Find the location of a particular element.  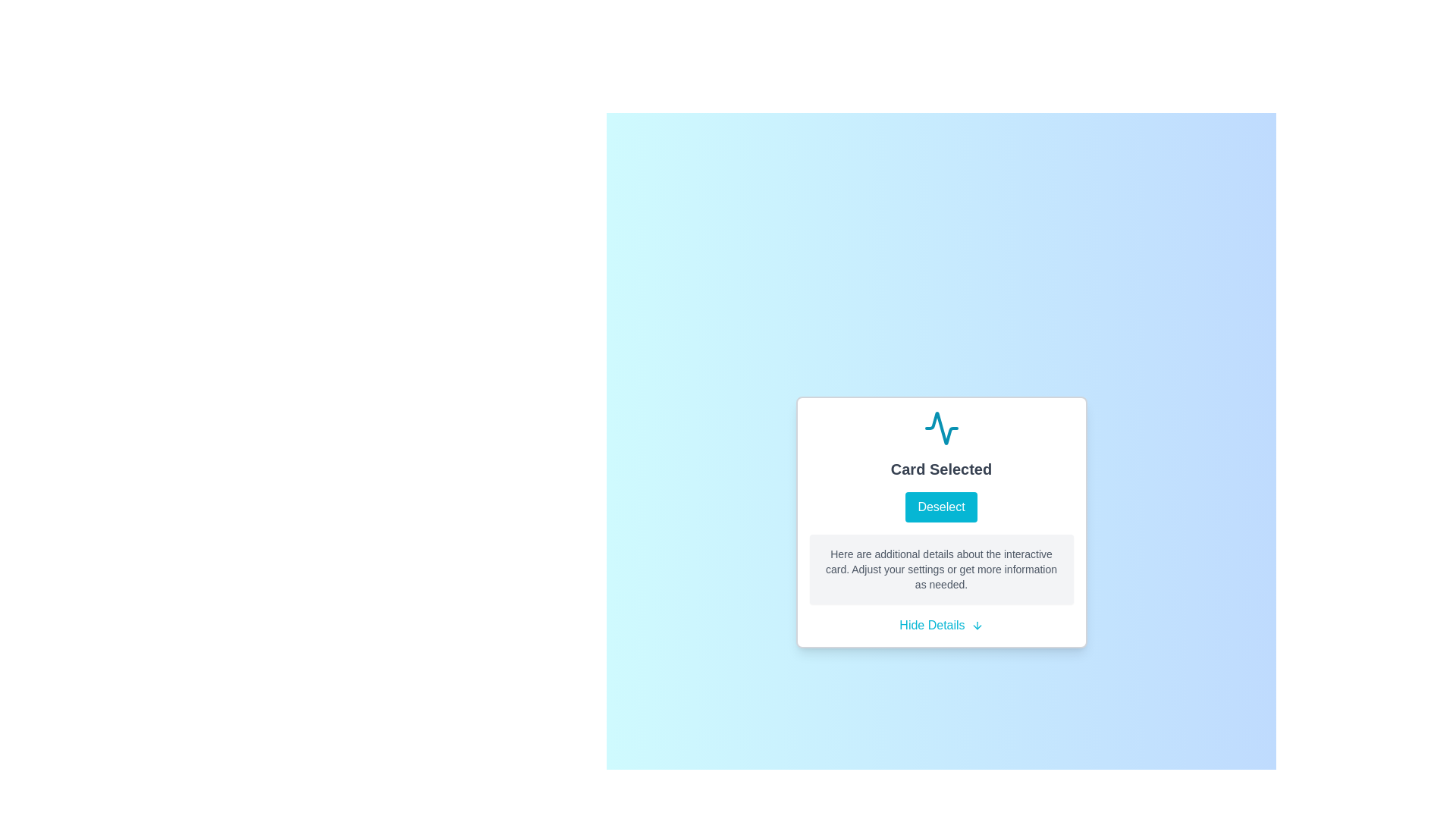

the bold, gray text element reading 'Card Selected', which is located above the blue 'Deselect' button and below a heartbeat icon in a white card-like area is located at coordinates (940, 468).